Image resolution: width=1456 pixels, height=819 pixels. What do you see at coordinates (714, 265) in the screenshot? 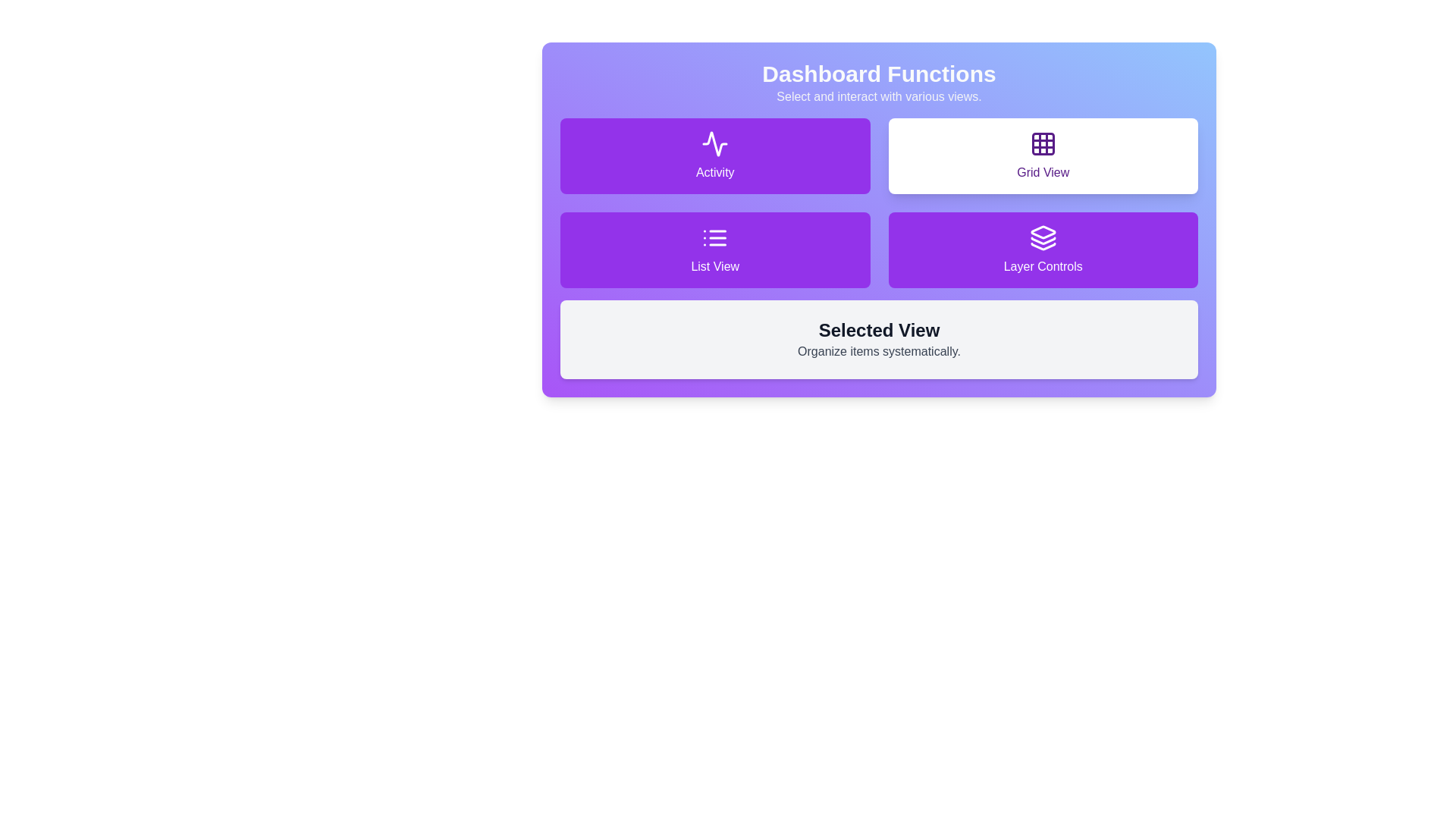
I see `text from the Label displaying 'List View', which is styled with white text on a purple background, located beneath a list icon in the second row, first column of the grid layout under the 'Dashboard Functions' section` at bounding box center [714, 265].